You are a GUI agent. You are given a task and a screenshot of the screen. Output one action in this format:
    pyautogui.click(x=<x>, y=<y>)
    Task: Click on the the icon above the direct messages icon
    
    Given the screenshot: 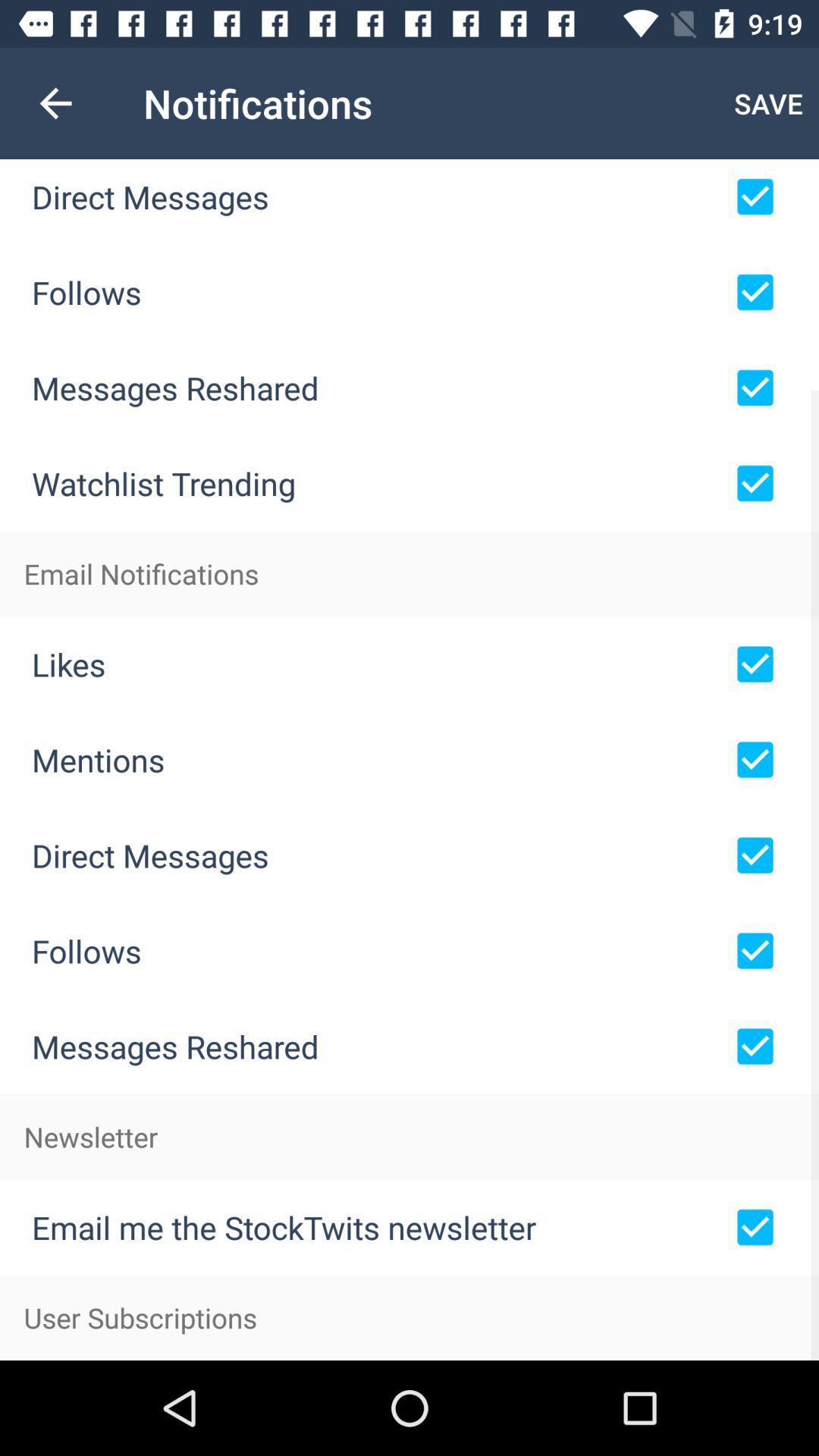 What is the action you would take?
    pyautogui.click(x=55, y=102)
    